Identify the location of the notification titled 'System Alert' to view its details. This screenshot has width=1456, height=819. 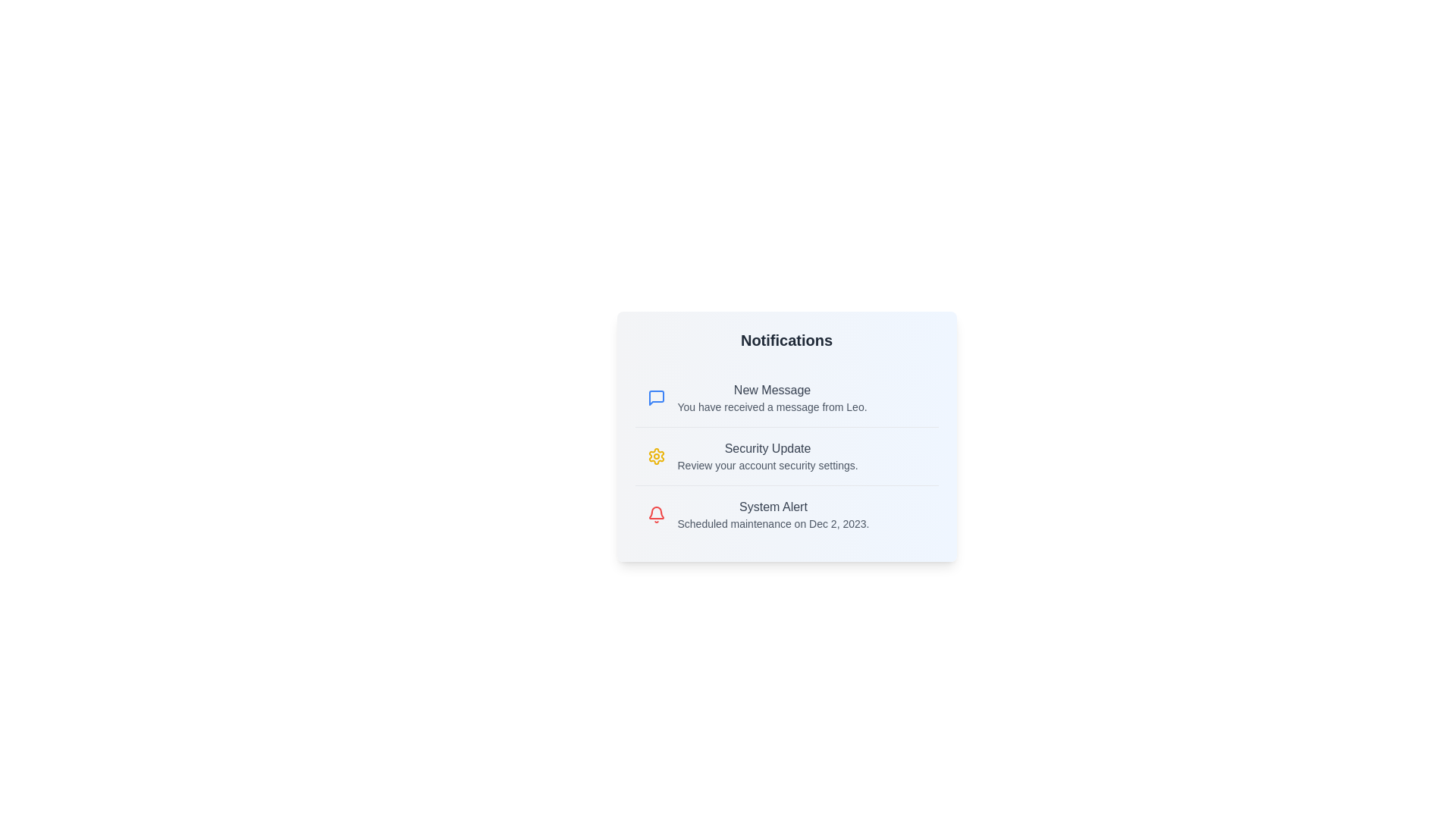
(786, 513).